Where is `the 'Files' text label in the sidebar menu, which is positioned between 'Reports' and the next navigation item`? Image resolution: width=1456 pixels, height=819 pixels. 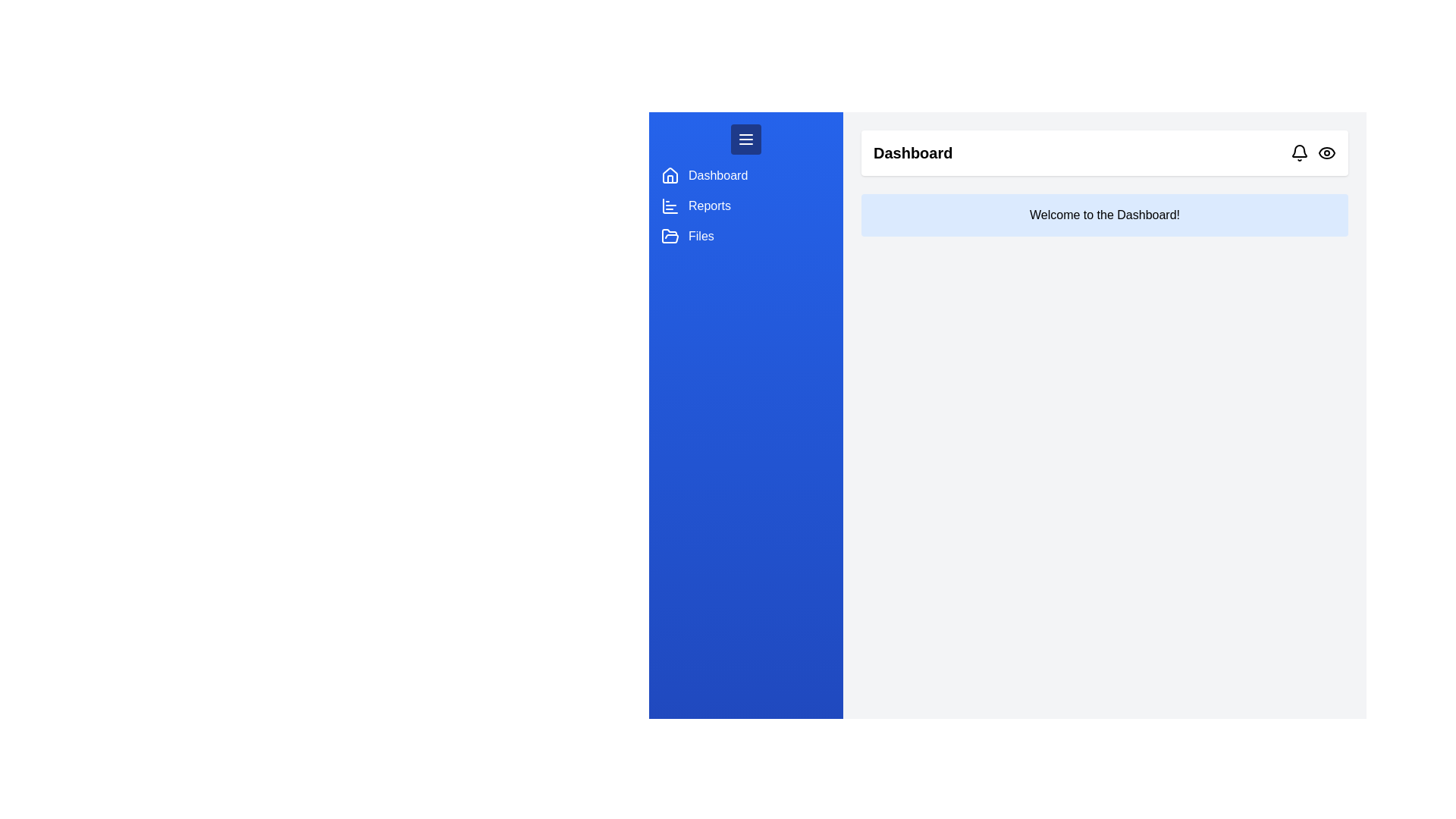 the 'Files' text label in the sidebar menu, which is positioned between 'Reports' and the next navigation item is located at coordinates (700, 237).